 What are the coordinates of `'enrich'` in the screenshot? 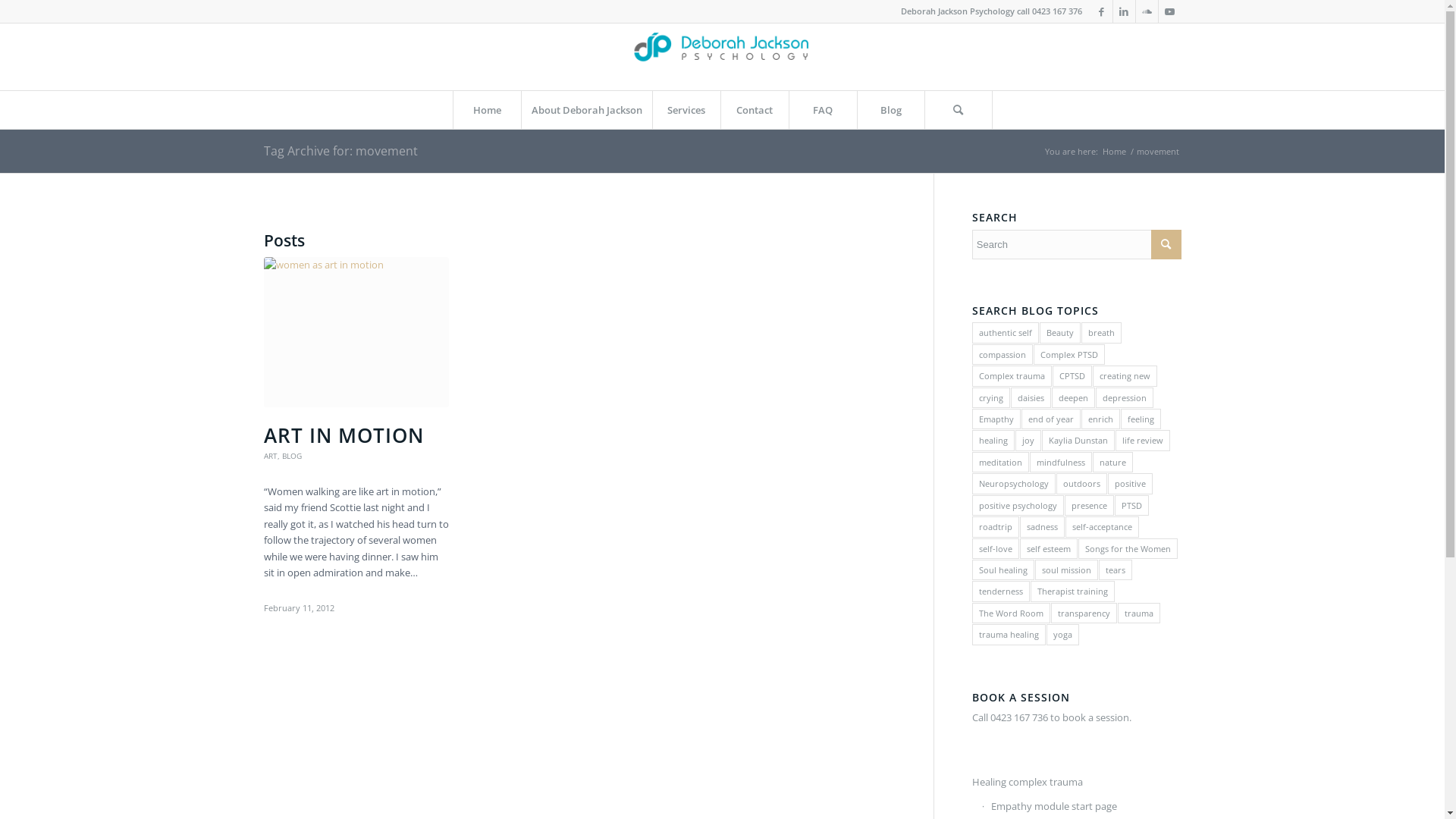 It's located at (1100, 419).